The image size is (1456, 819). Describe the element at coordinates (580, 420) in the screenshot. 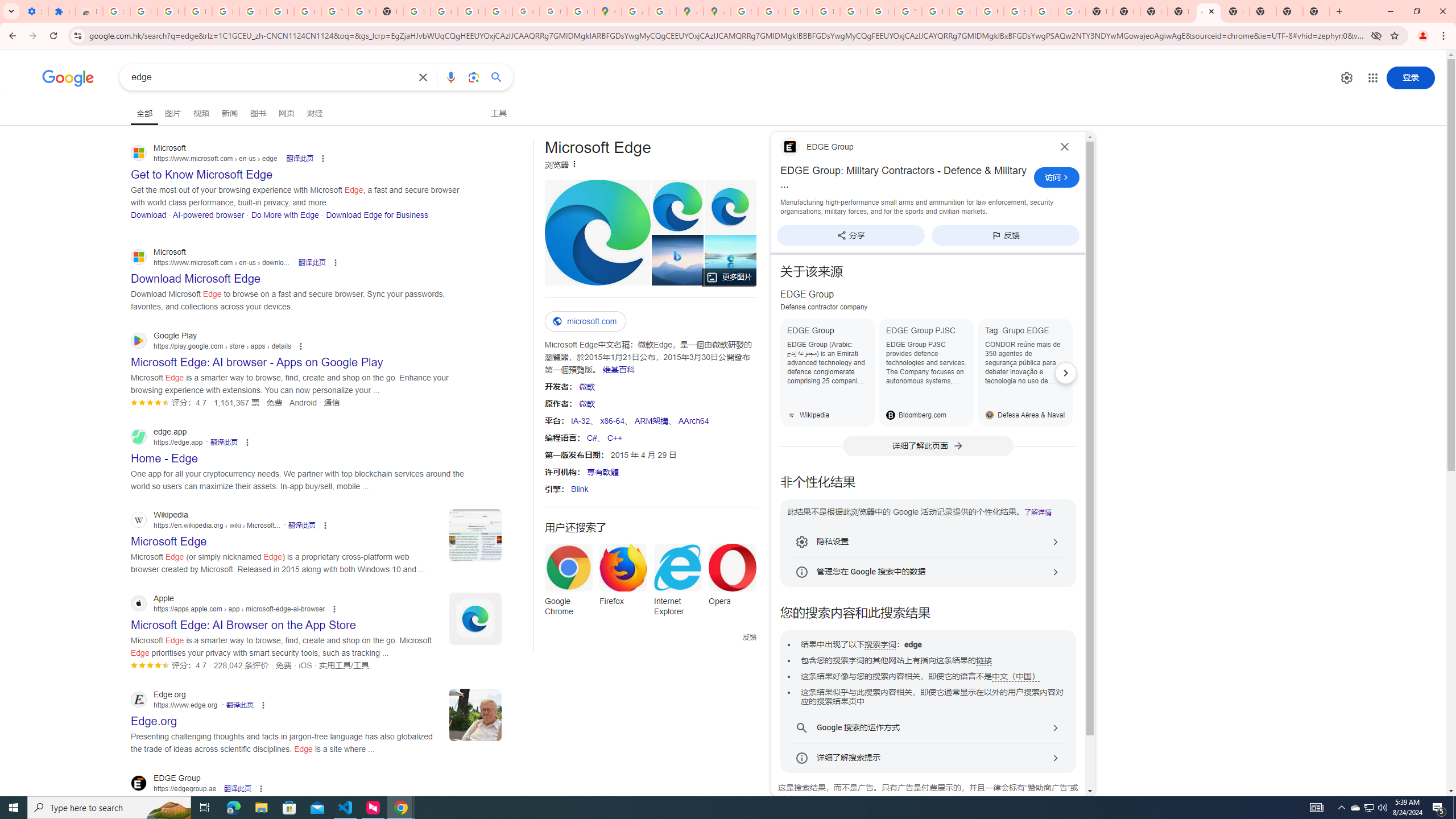

I see `'IA-32'` at that location.